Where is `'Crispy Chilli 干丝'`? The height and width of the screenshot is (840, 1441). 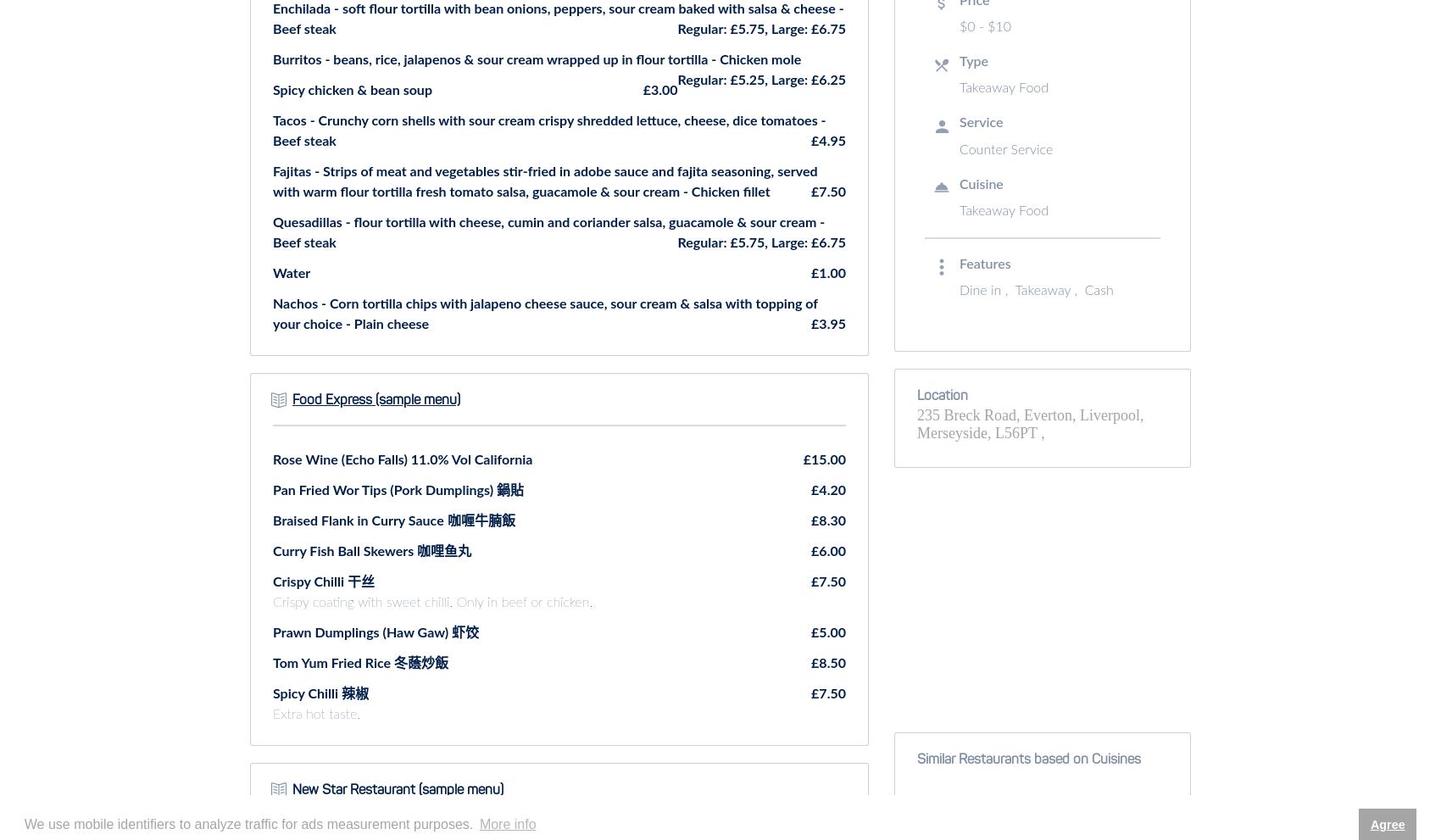
'Crispy Chilli 干丝' is located at coordinates (271, 581).